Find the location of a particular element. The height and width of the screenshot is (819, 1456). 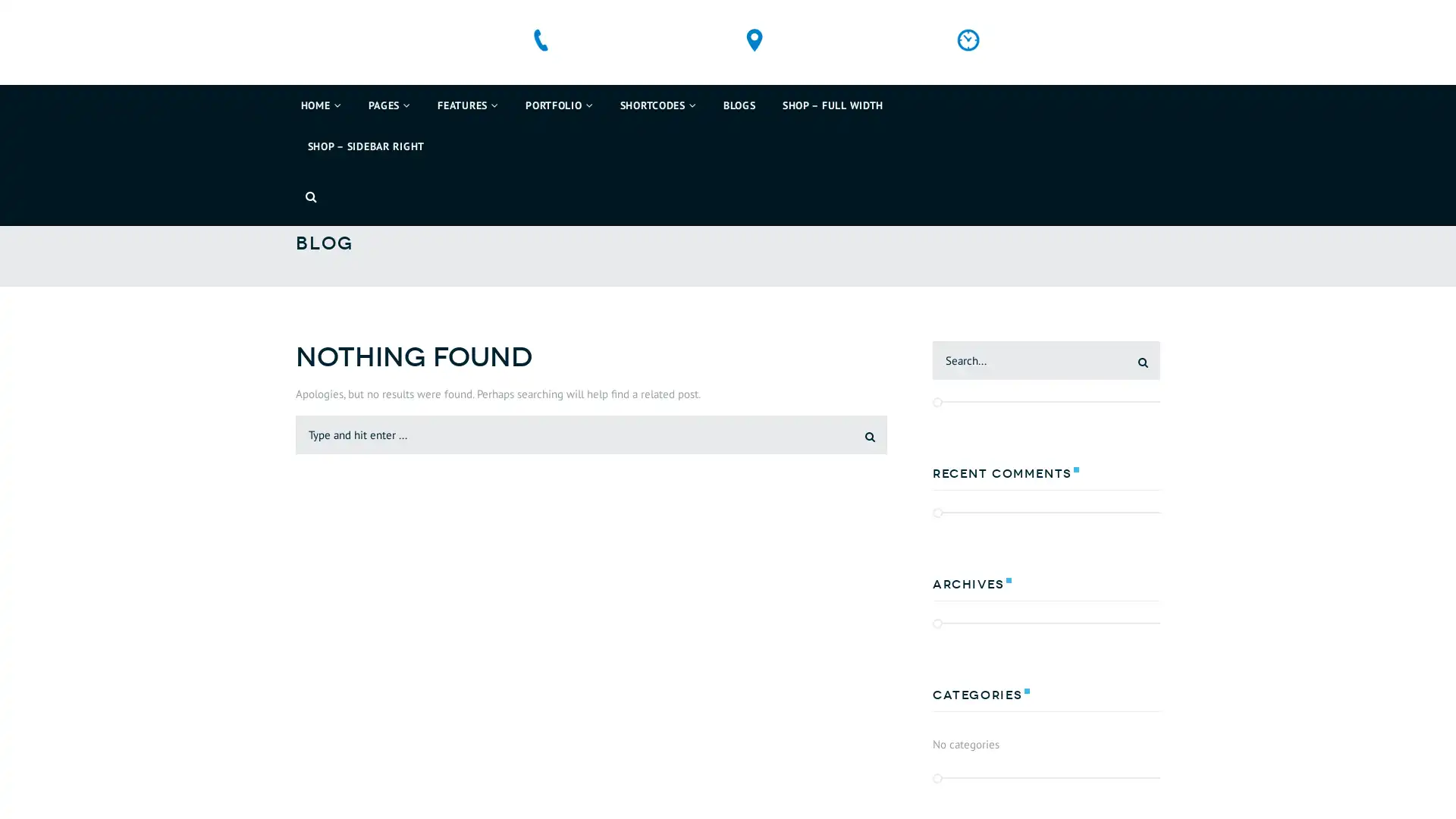

Search is located at coordinates (1131, 394).